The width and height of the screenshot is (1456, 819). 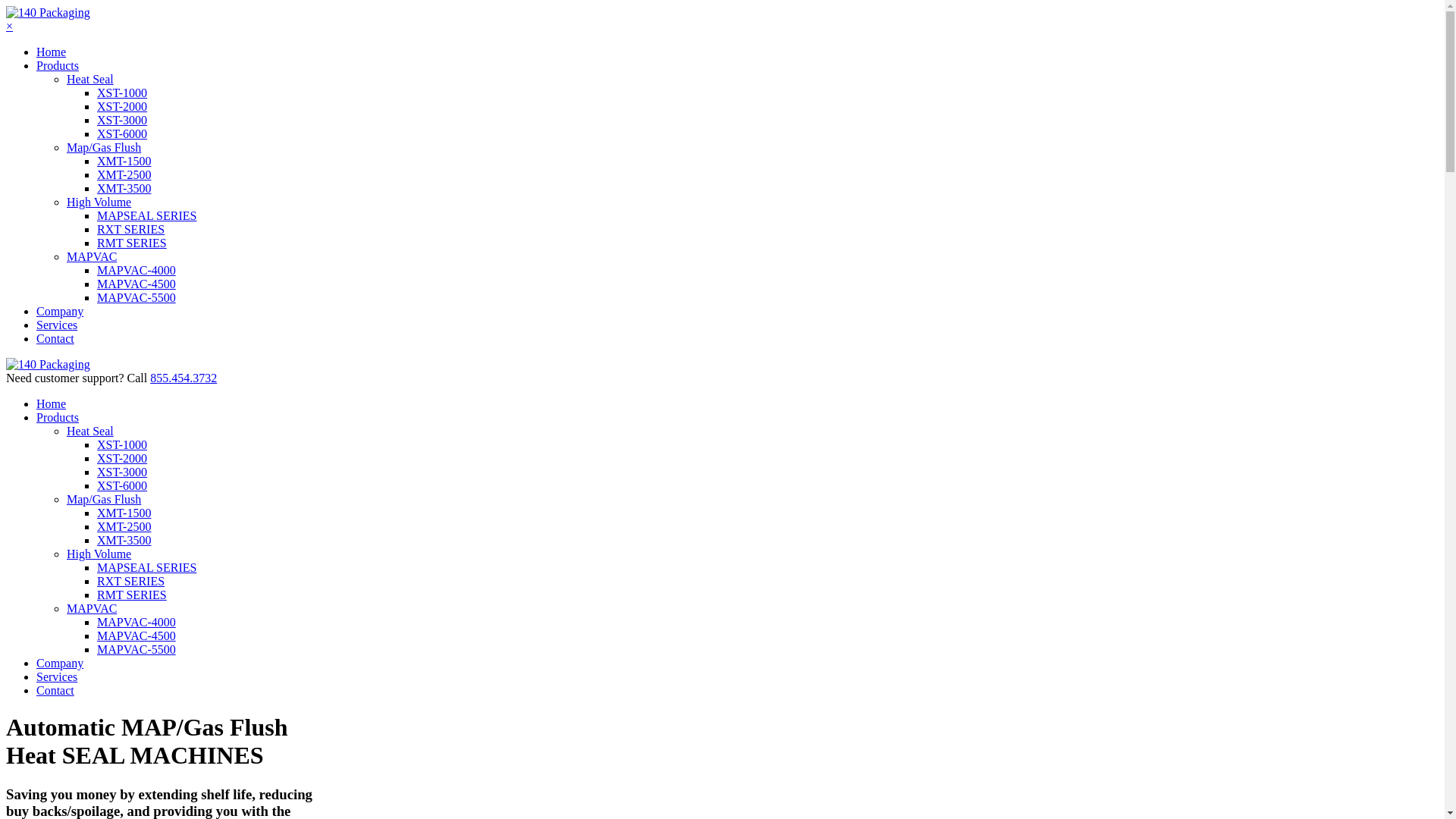 What do you see at coordinates (89, 431) in the screenshot?
I see `'Heat Seal'` at bounding box center [89, 431].